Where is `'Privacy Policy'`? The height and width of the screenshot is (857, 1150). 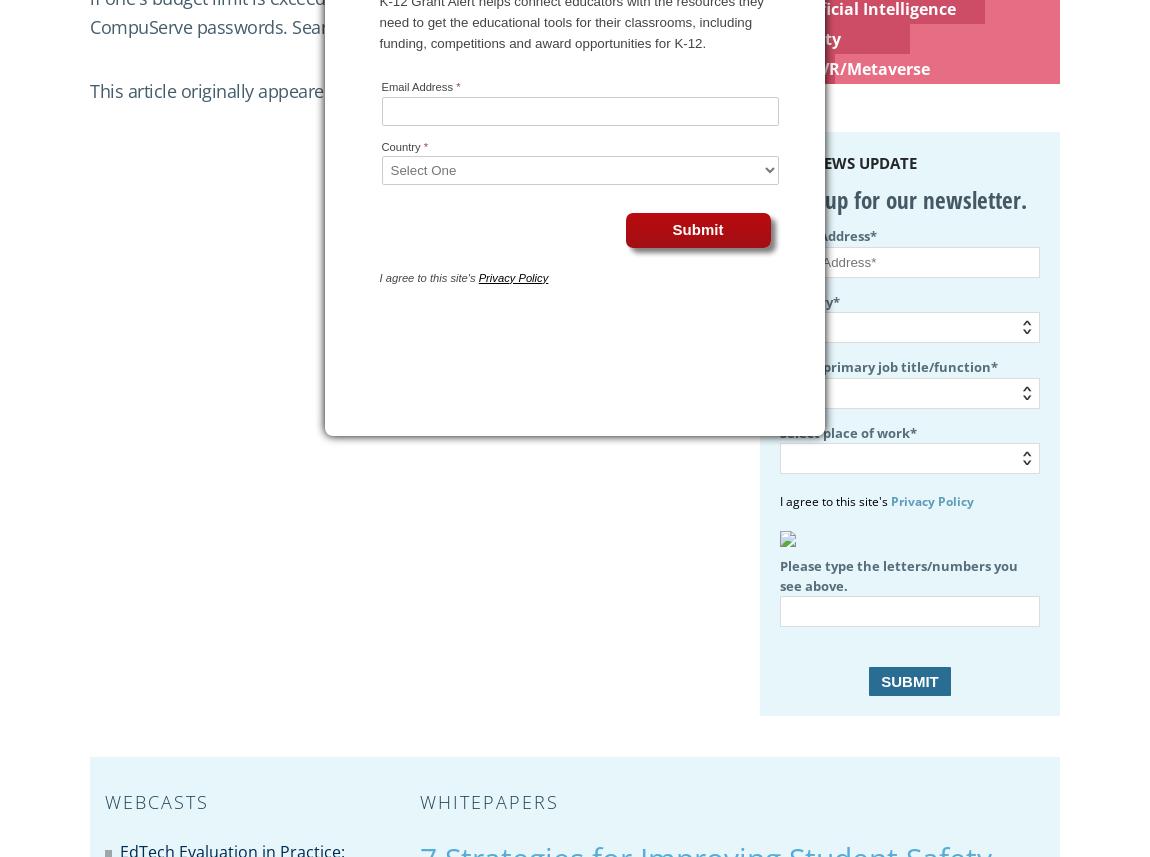 'Privacy Policy' is located at coordinates (932, 501).